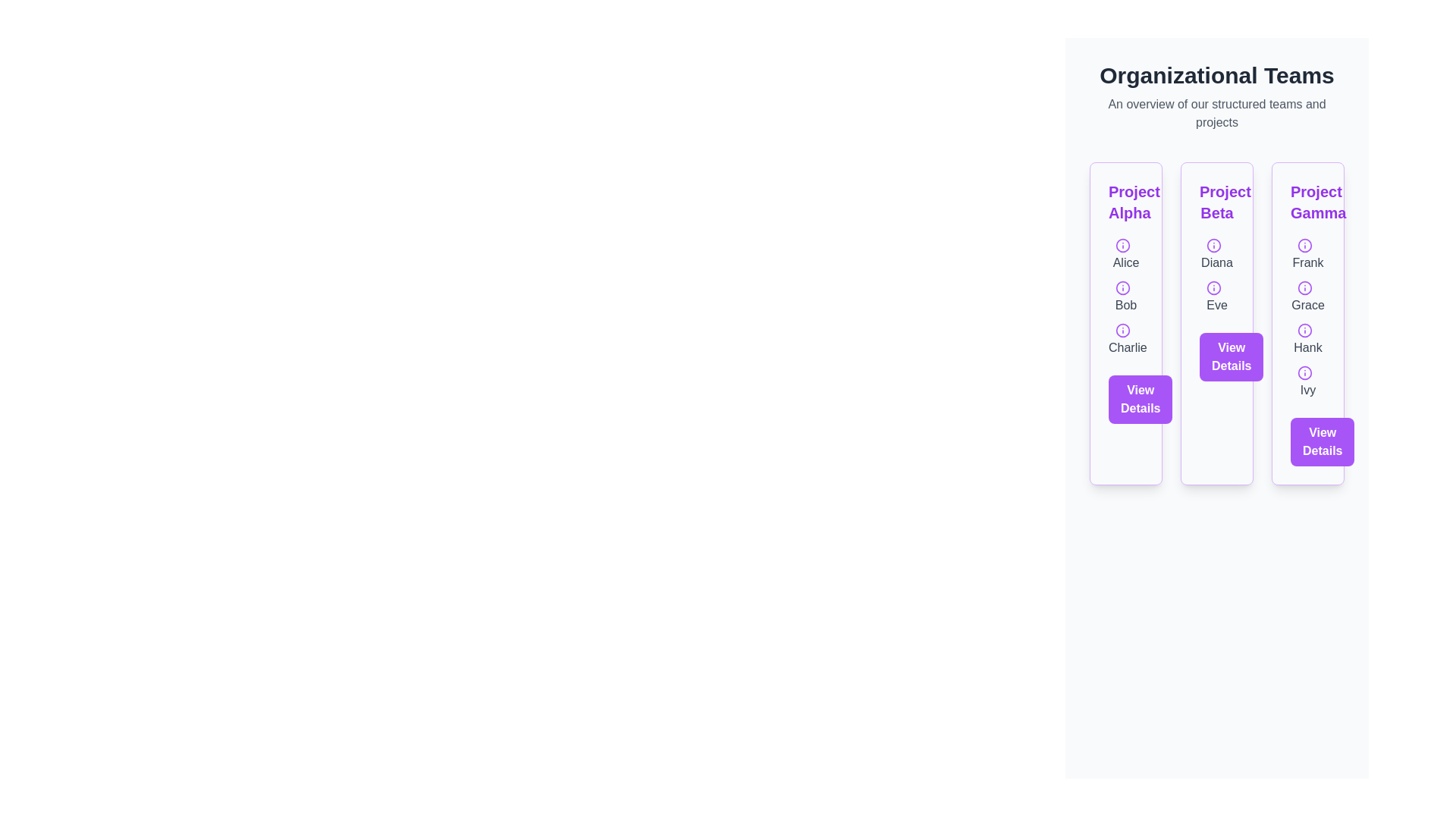  Describe the element at coordinates (1125, 323) in the screenshot. I see `the 'Project Alpha' card, which is the first card in the grid layout` at that location.